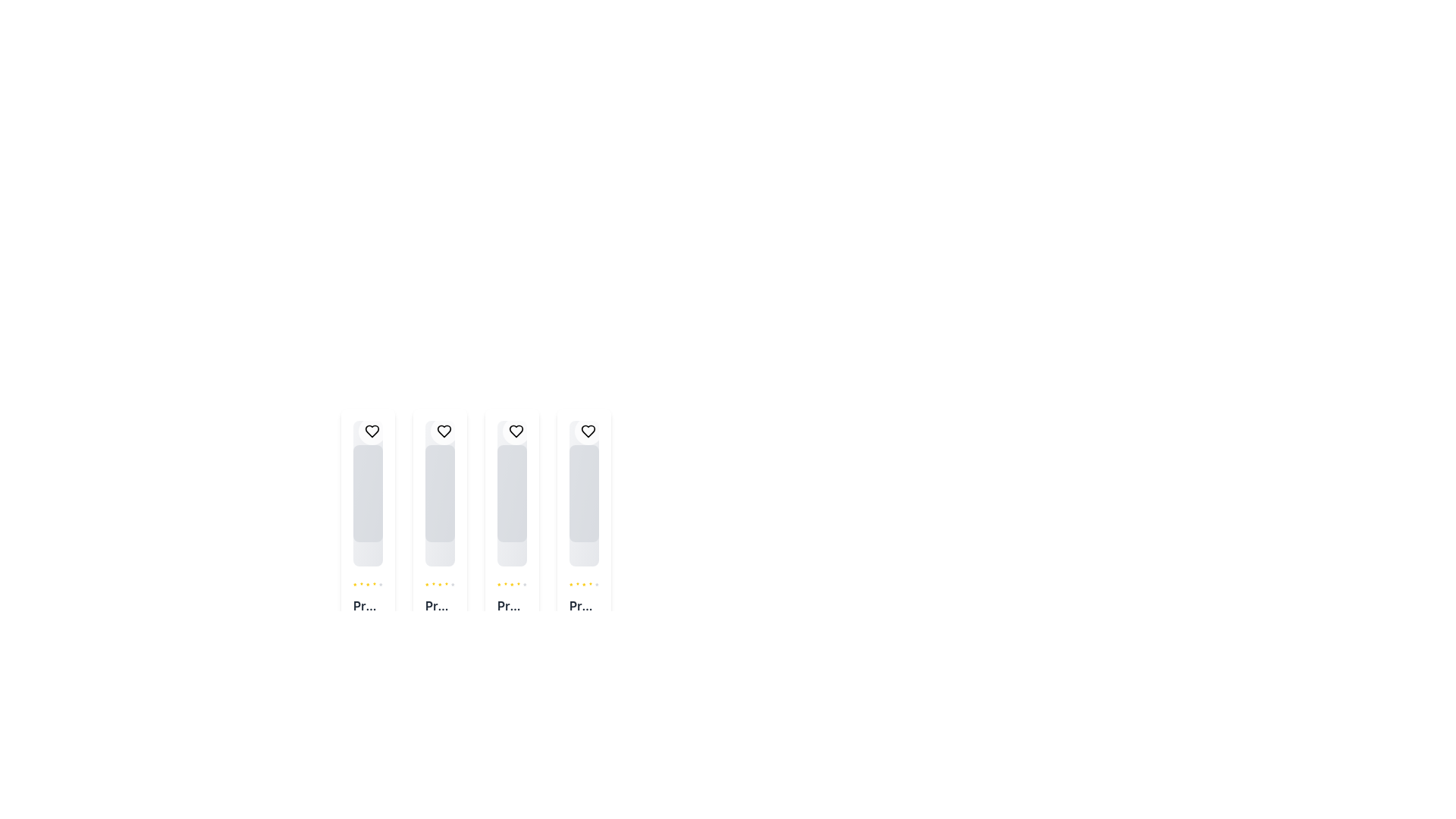  Describe the element at coordinates (583, 544) in the screenshot. I see `the fourth product card in the grid layout` at that location.